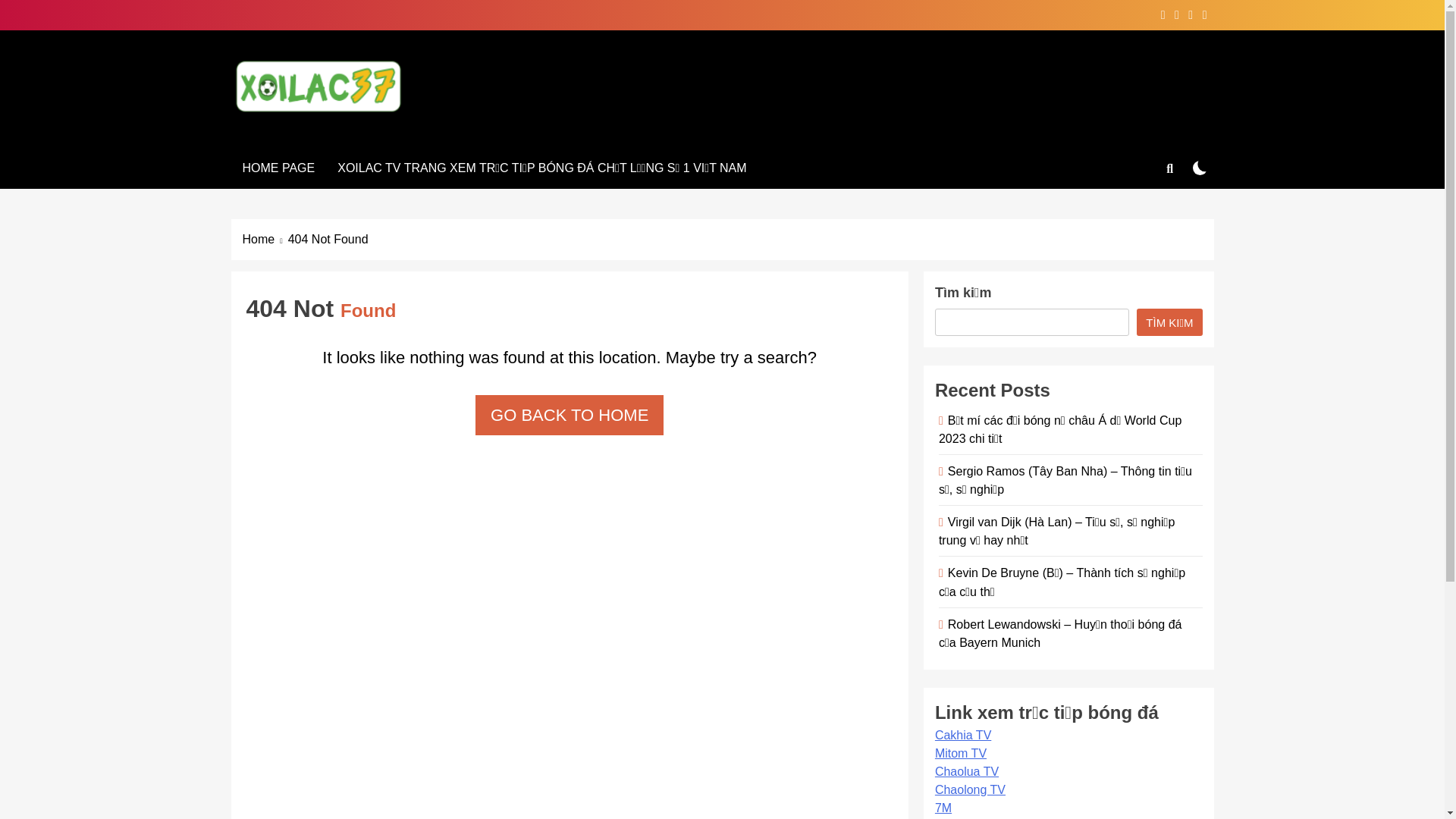 The height and width of the screenshot is (819, 1456). I want to click on 'Chaolua TV', so click(966, 771).